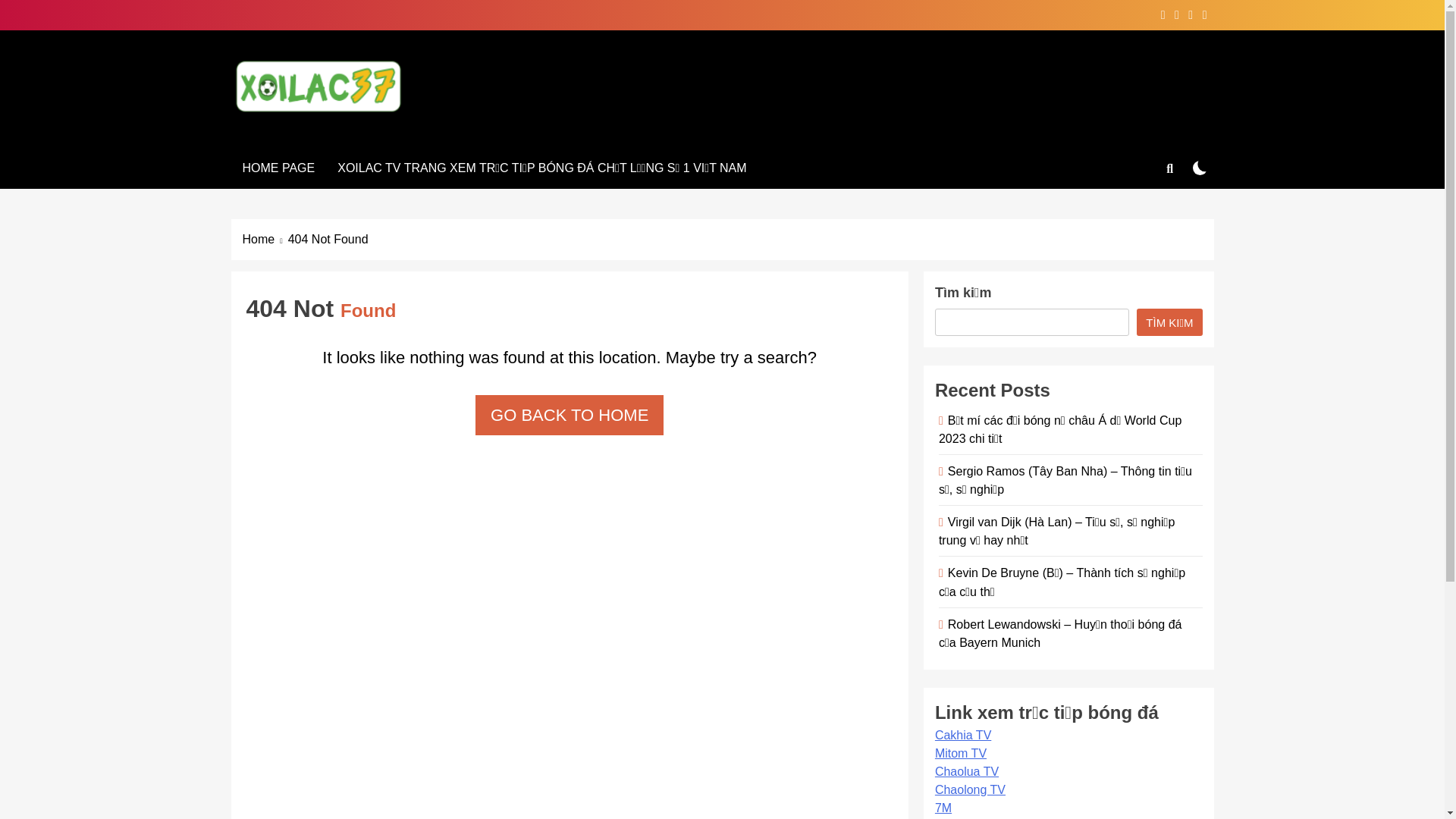 The height and width of the screenshot is (819, 1456). I want to click on 'Chaolua TV', so click(966, 771).